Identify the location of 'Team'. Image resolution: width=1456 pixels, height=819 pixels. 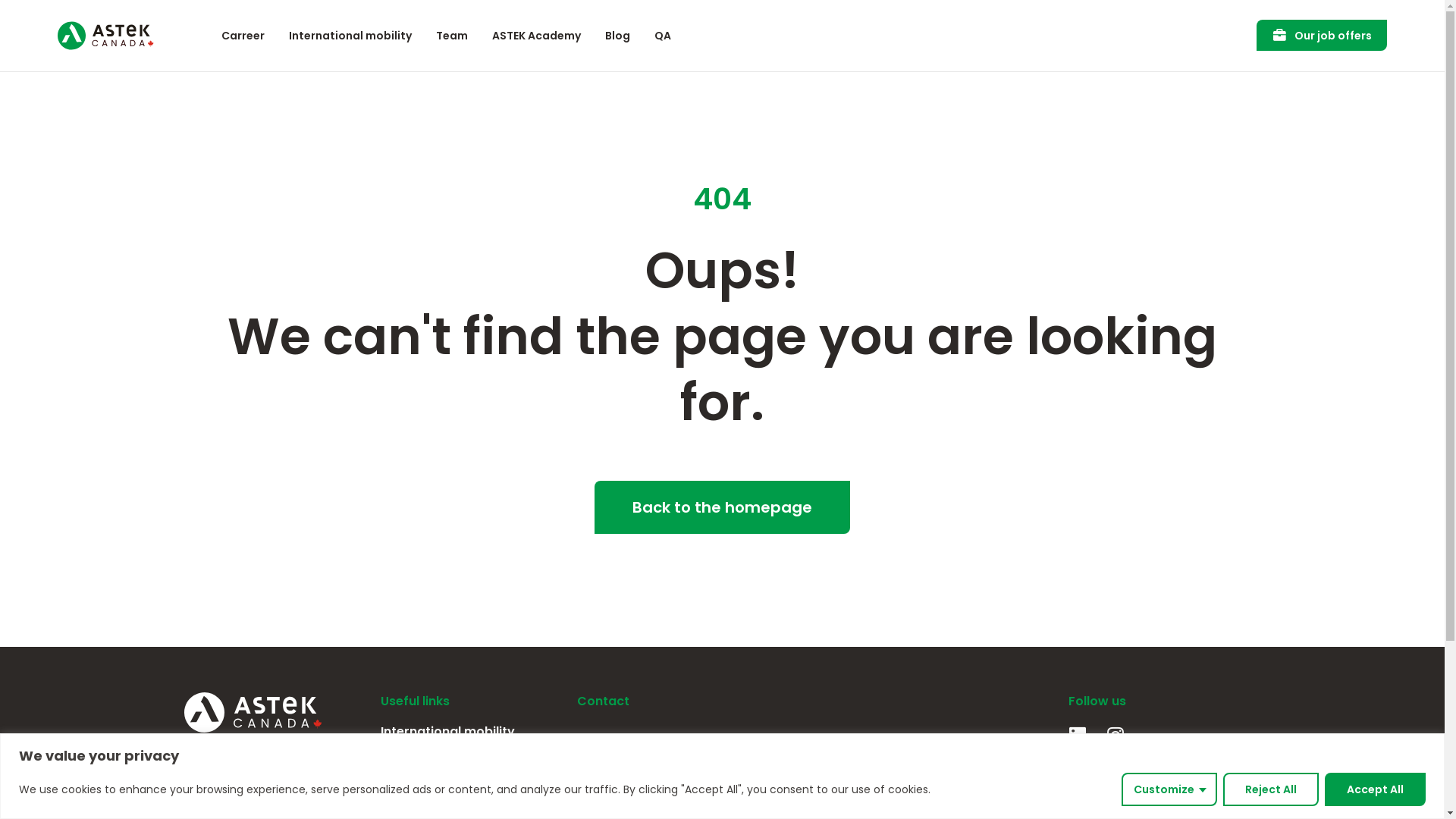
(450, 34).